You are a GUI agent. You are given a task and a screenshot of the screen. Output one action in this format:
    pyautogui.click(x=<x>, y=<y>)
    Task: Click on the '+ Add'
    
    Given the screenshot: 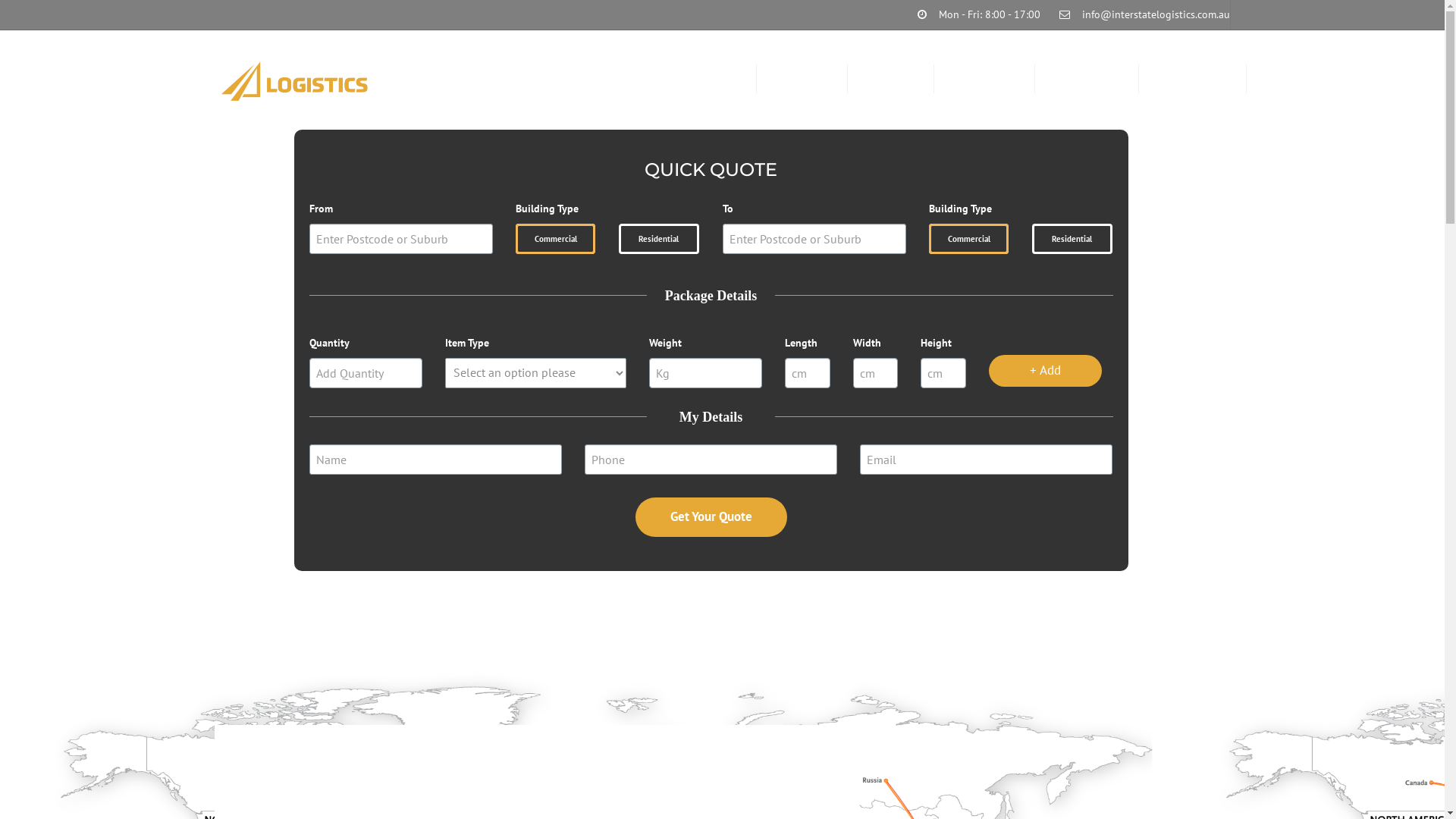 What is the action you would take?
    pyautogui.click(x=1044, y=371)
    